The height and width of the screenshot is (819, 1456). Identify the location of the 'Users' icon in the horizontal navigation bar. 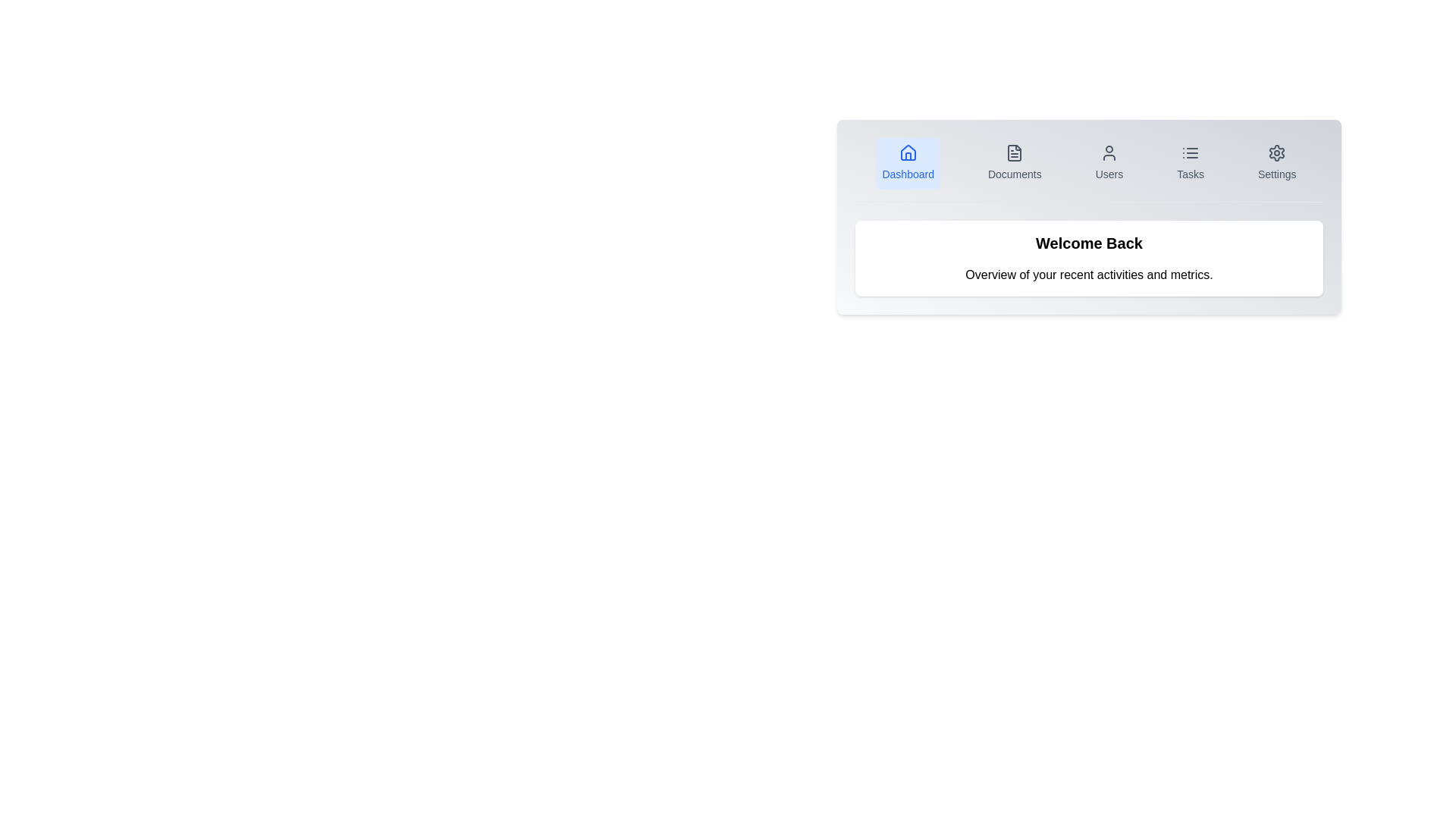
(1109, 152).